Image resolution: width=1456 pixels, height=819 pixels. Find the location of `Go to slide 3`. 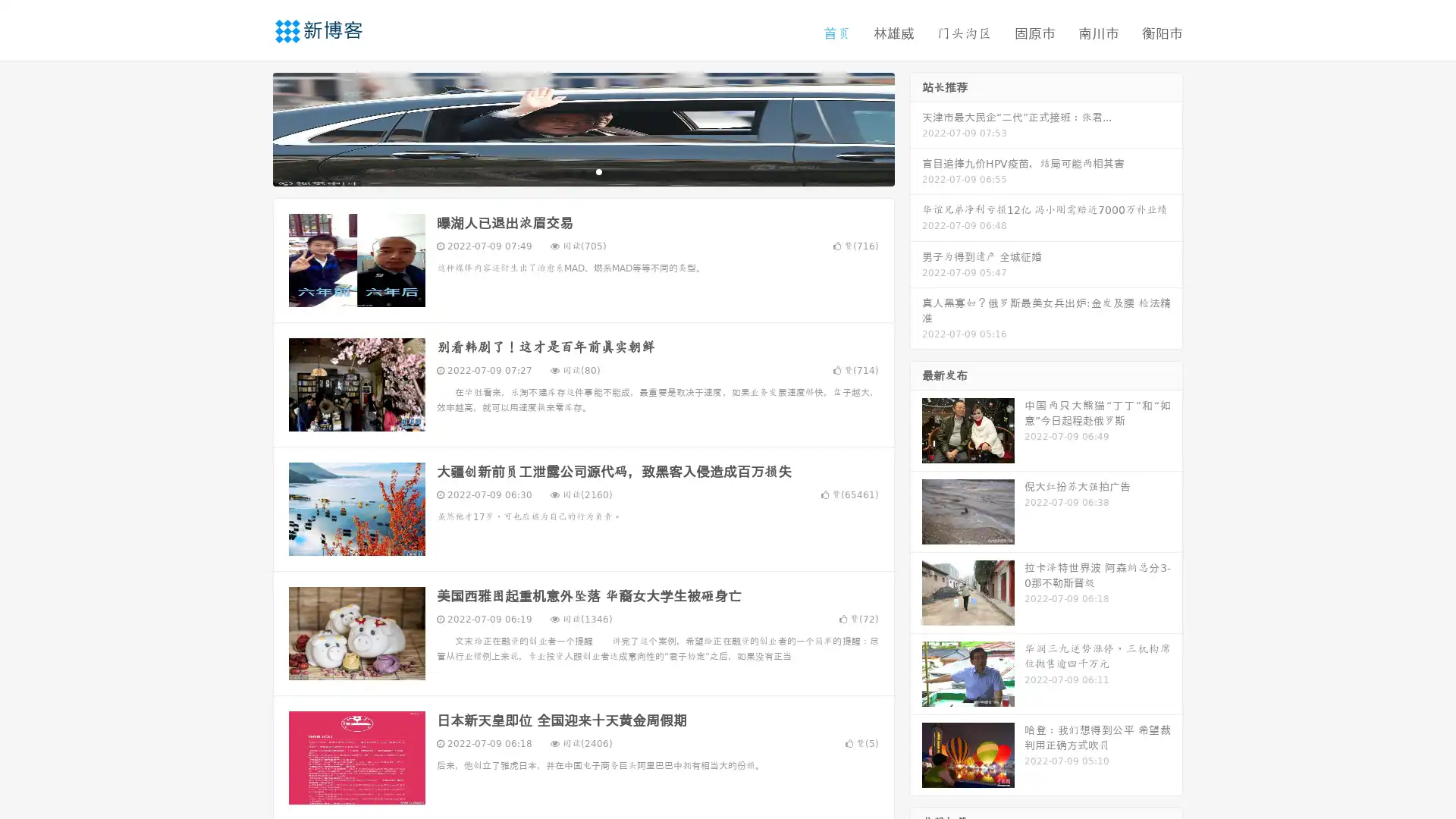

Go to slide 3 is located at coordinates (598, 171).